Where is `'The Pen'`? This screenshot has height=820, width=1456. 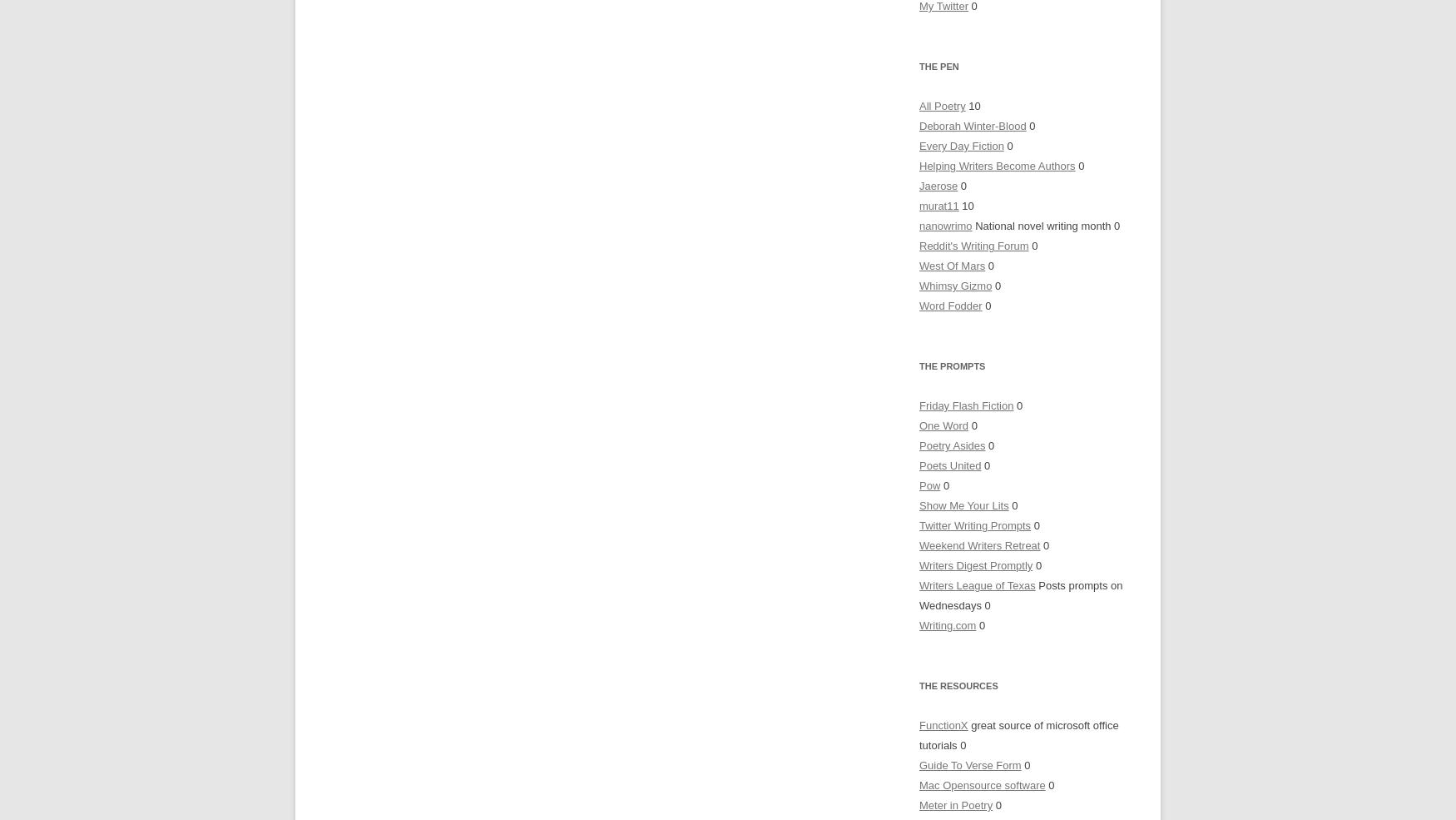 'The Pen' is located at coordinates (919, 65).